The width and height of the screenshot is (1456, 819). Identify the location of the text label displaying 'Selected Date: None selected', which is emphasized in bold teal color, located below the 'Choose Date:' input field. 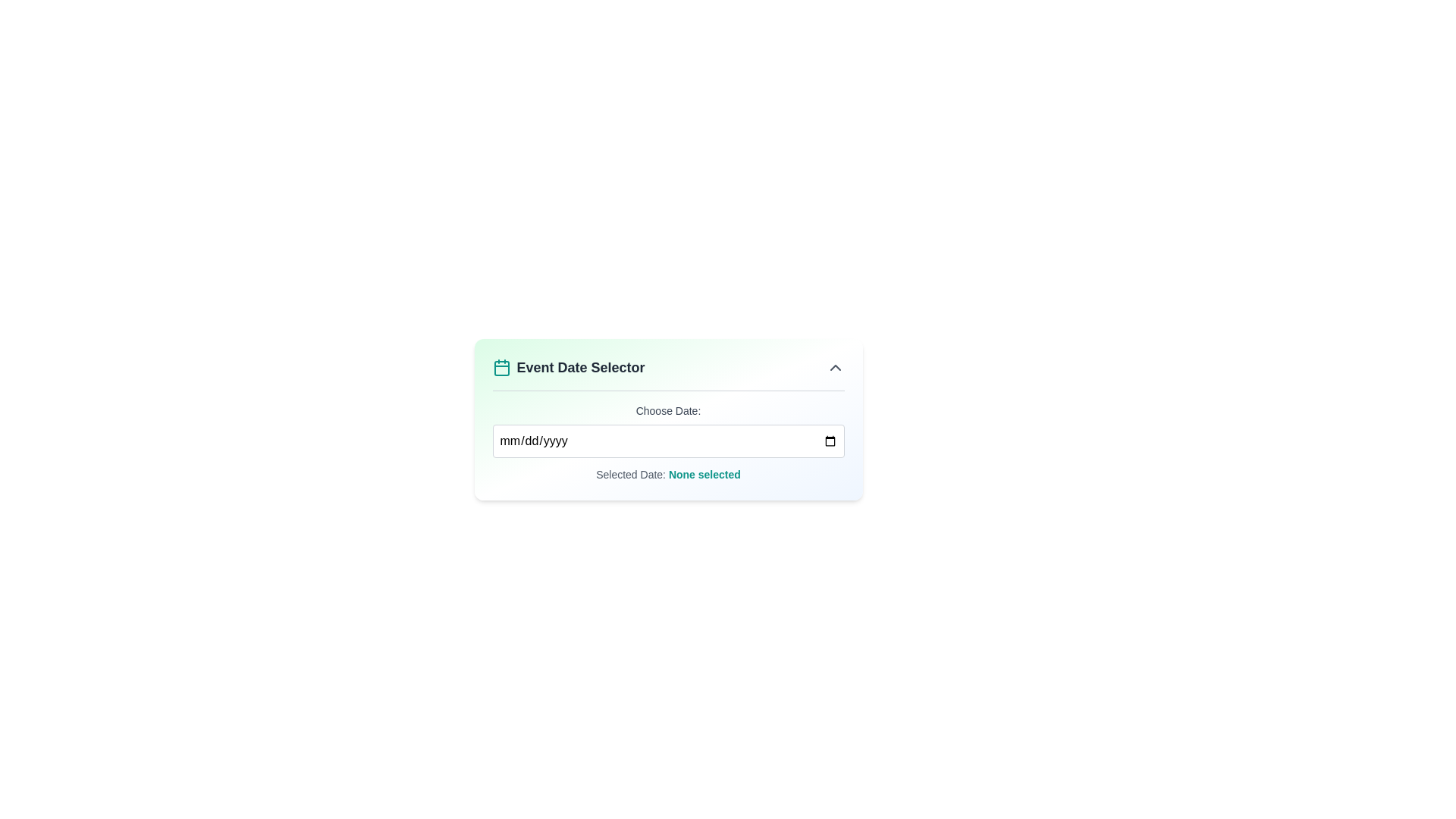
(667, 473).